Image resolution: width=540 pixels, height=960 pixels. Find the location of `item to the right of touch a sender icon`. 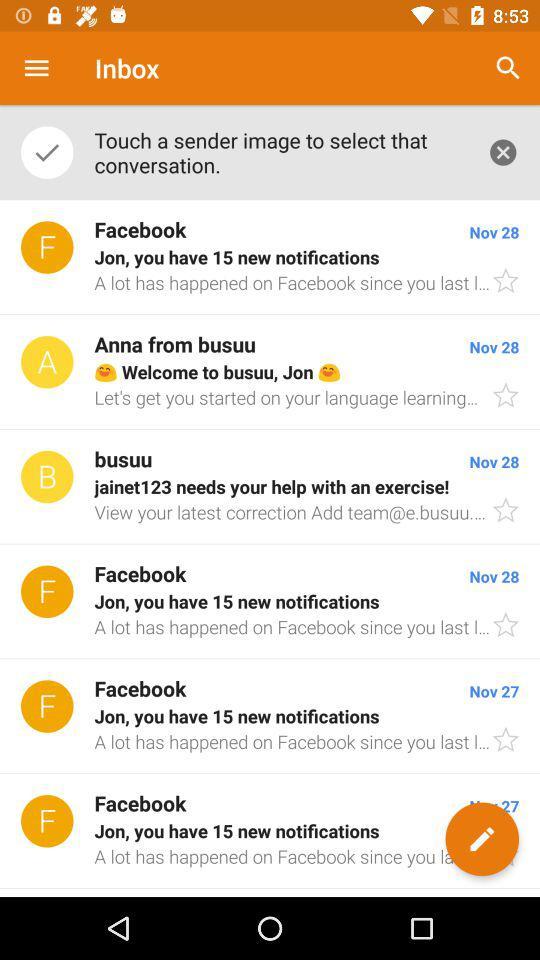

item to the right of touch a sender icon is located at coordinates (508, 68).